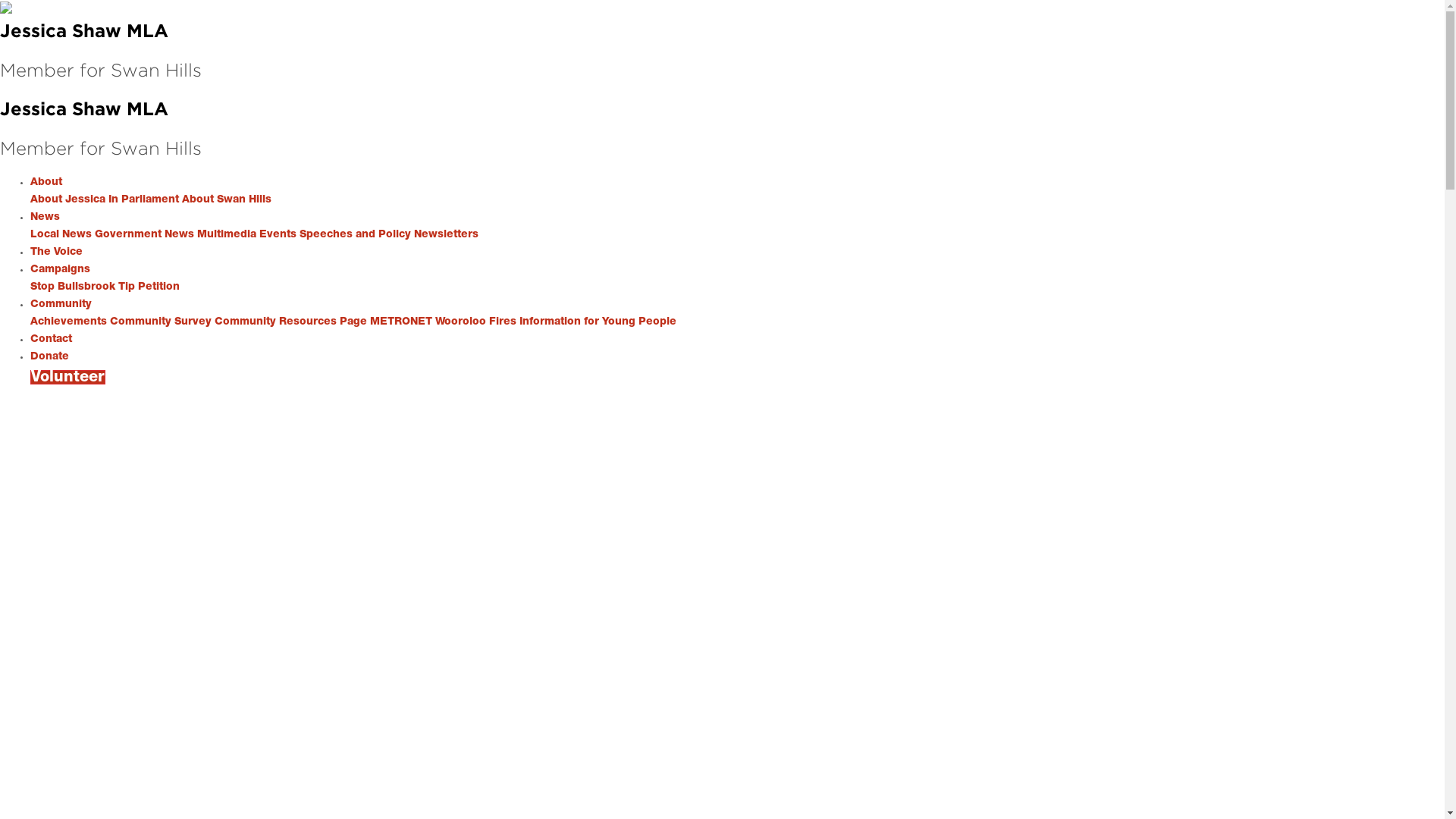  I want to click on 'Volunteer', so click(67, 376).